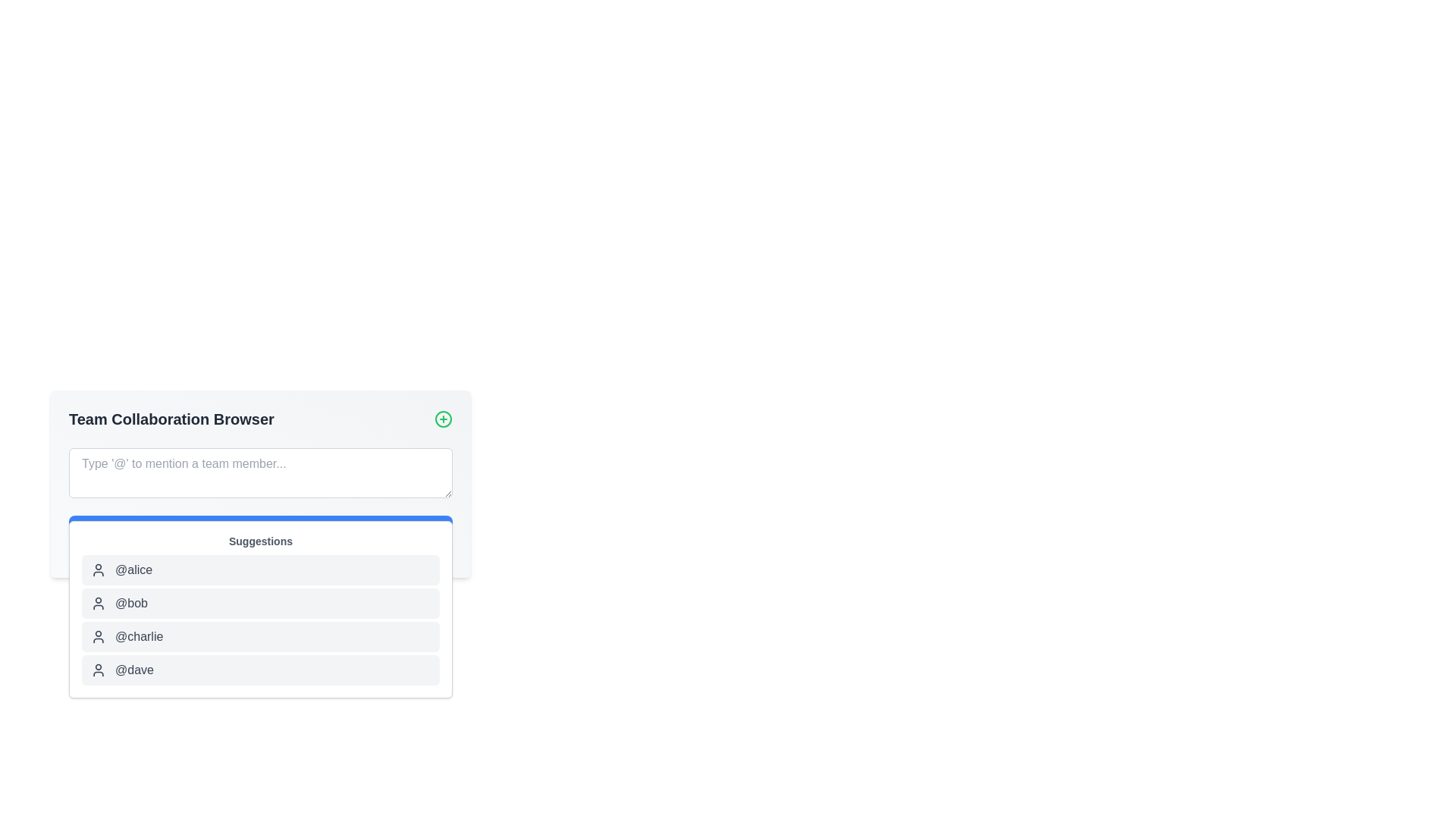 Image resolution: width=1456 pixels, height=819 pixels. Describe the element at coordinates (139, 637) in the screenshot. I see `the selectable option for mentioning the user 'charlie' in the suggestions list, which is the third item located under the 'Suggestions' header, positioned between '@bob' and '@dave'` at that location.